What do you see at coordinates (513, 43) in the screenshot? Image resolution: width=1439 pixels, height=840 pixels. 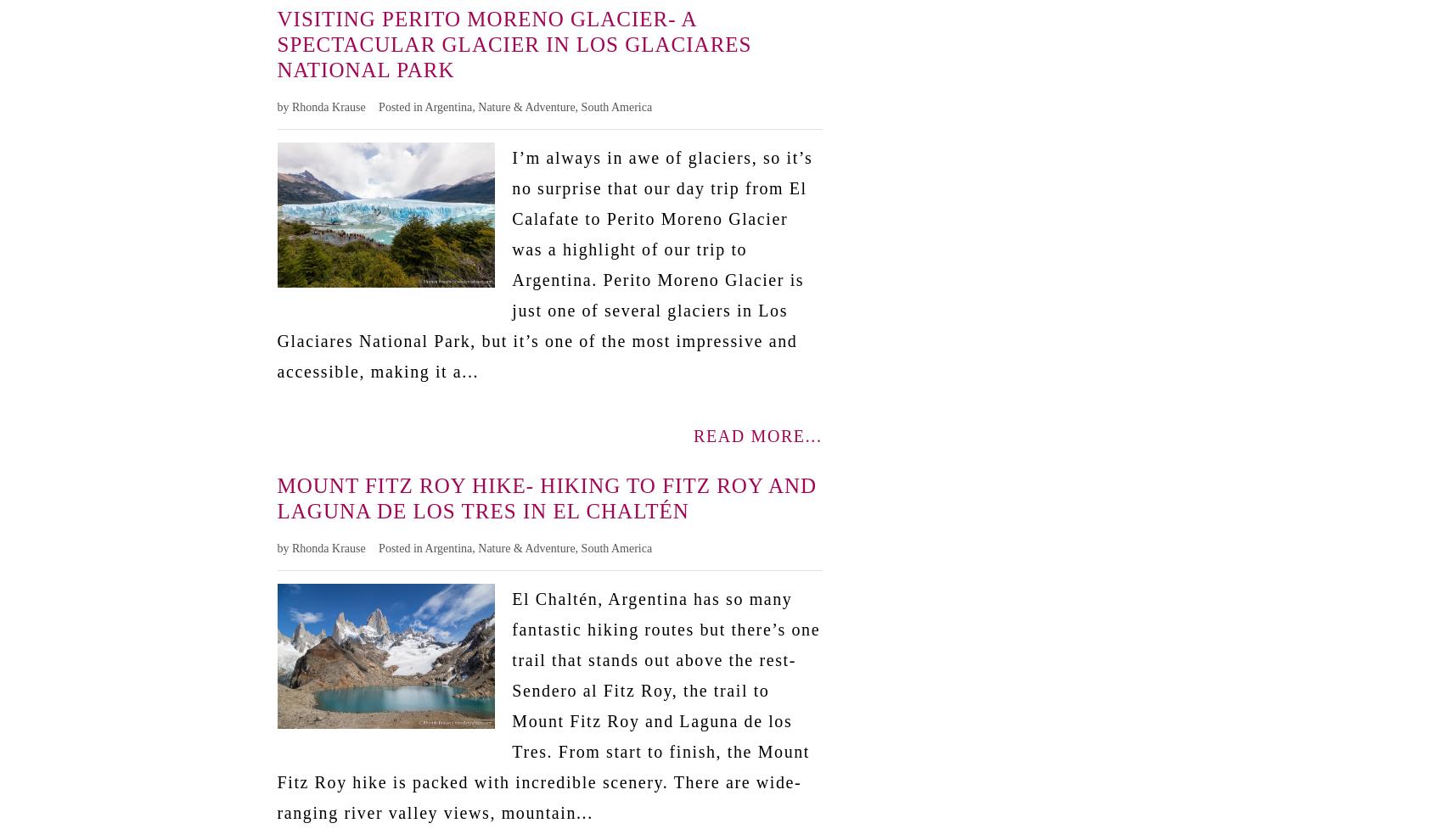 I see `'Visiting Perito Moreno Glacier- A Spectacular Glacier in Los Glaciares National Park'` at bounding box center [513, 43].